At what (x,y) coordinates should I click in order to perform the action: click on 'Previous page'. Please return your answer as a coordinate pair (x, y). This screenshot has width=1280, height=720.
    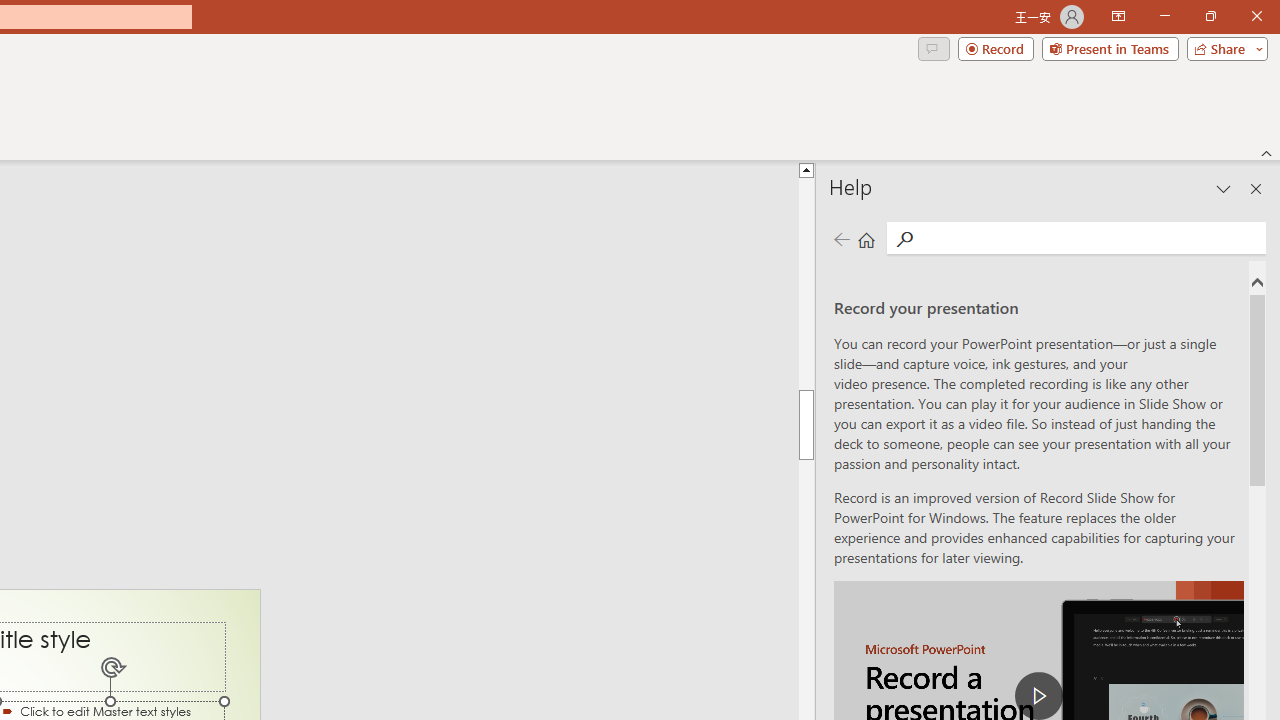
    Looking at the image, I should click on (841, 238).